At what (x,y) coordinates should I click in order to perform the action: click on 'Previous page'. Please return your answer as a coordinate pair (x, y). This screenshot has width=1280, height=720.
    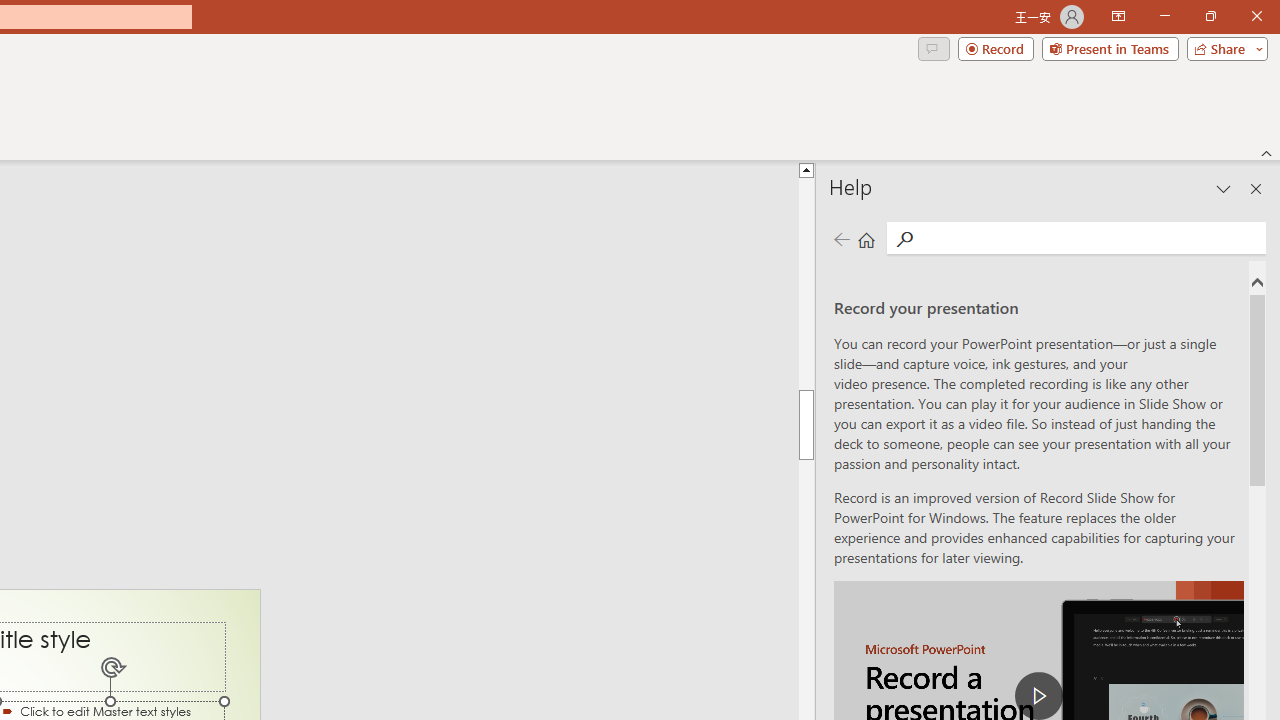
    Looking at the image, I should click on (841, 238).